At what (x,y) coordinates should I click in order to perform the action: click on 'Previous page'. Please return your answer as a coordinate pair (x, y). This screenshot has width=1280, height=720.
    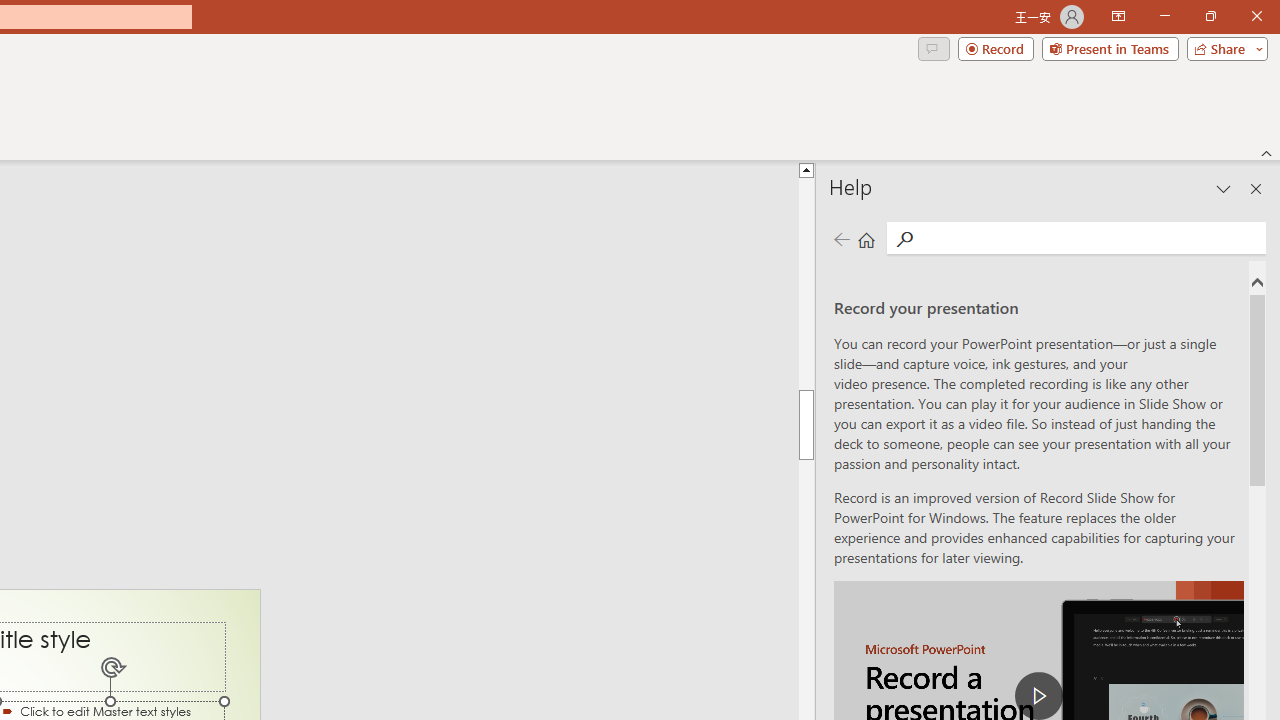
    Looking at the image, I should click on (841, 238).